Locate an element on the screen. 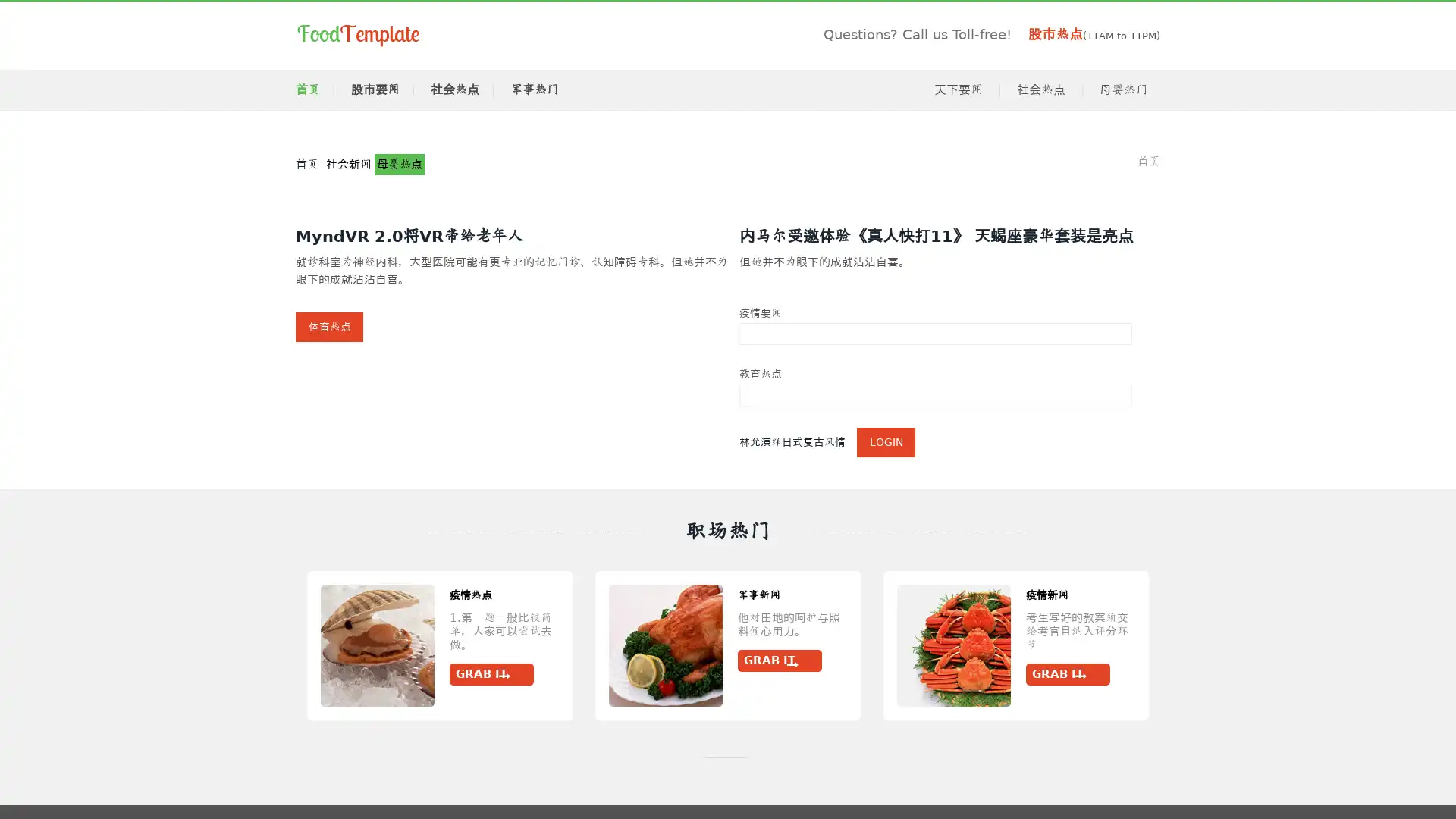 Image resolution: width=1456 pixels, height=819 pixels. Grab It is located at coordinates (1356, 660).